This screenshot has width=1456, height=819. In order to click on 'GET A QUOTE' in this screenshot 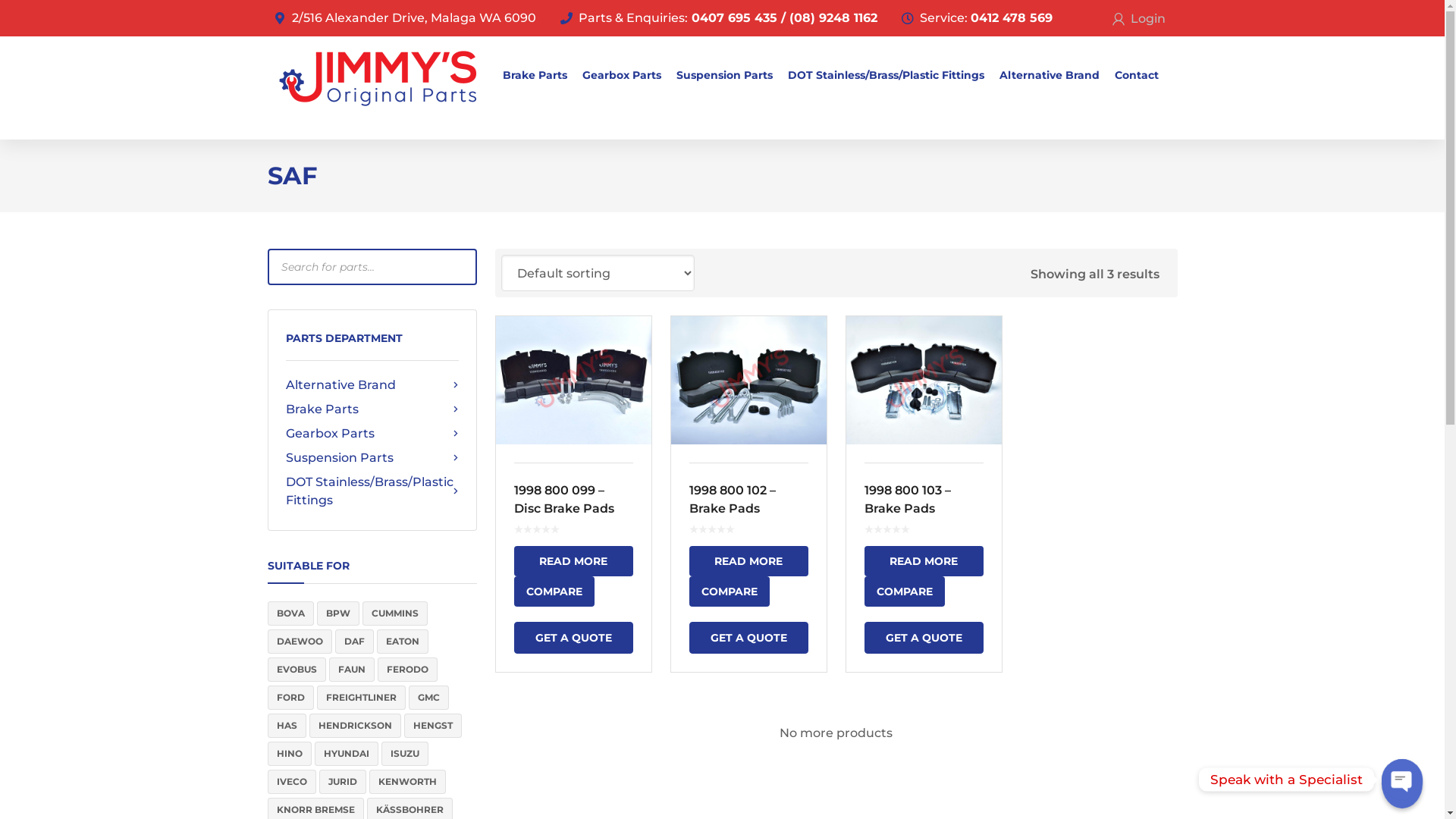, I will do `click(573, 637)`.